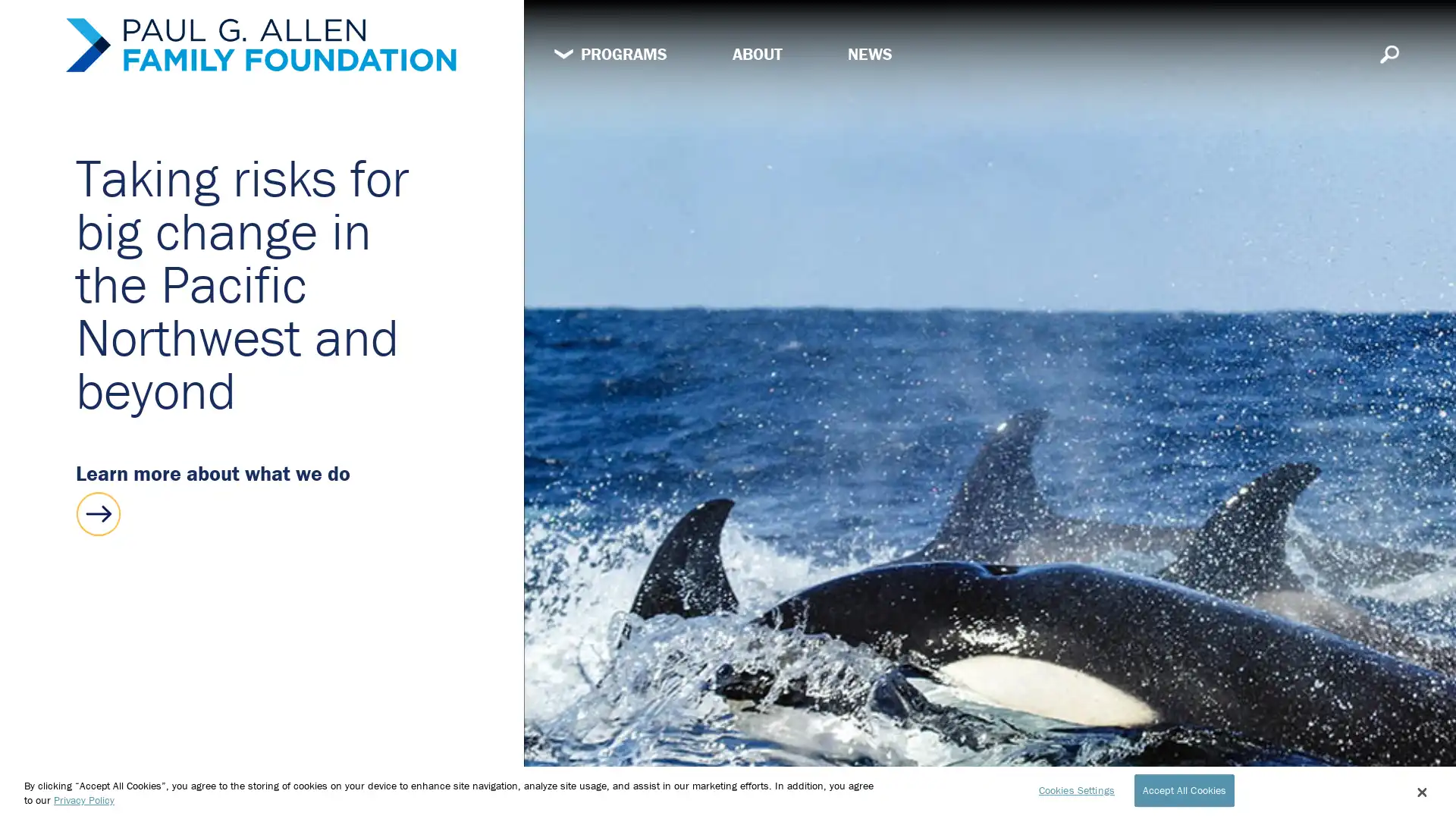 The width and height of the screenshot is (1456, 819). Describe the element at coordinates (1183, 789) in the screenshot. I see `Accept All Cookies` at that location.